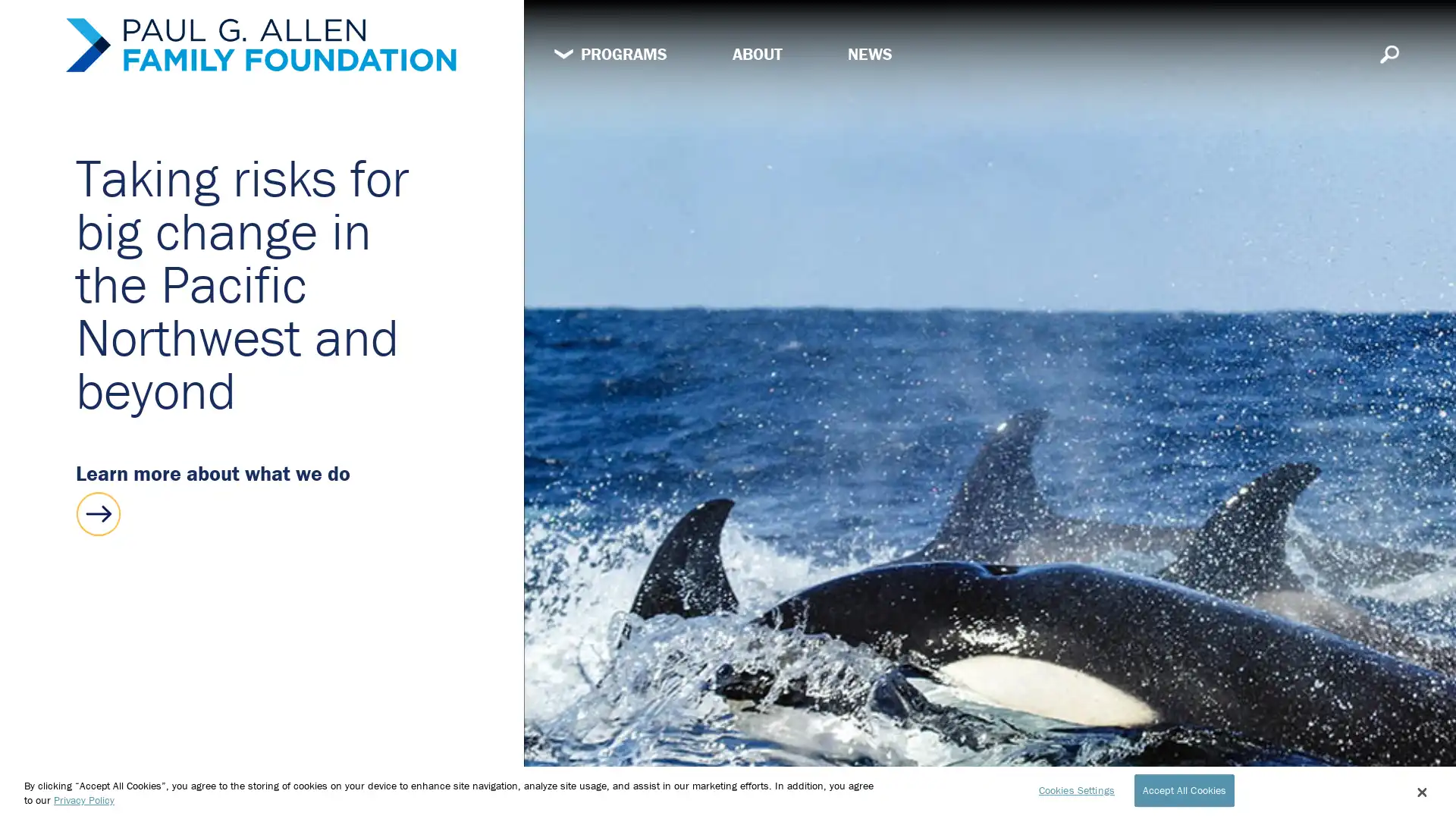 The width and height of the screenshot is (1456, 819). Describe the element at coordinates (1183, 789) in the screenshot. I see `Accept All Cookies` at that location.